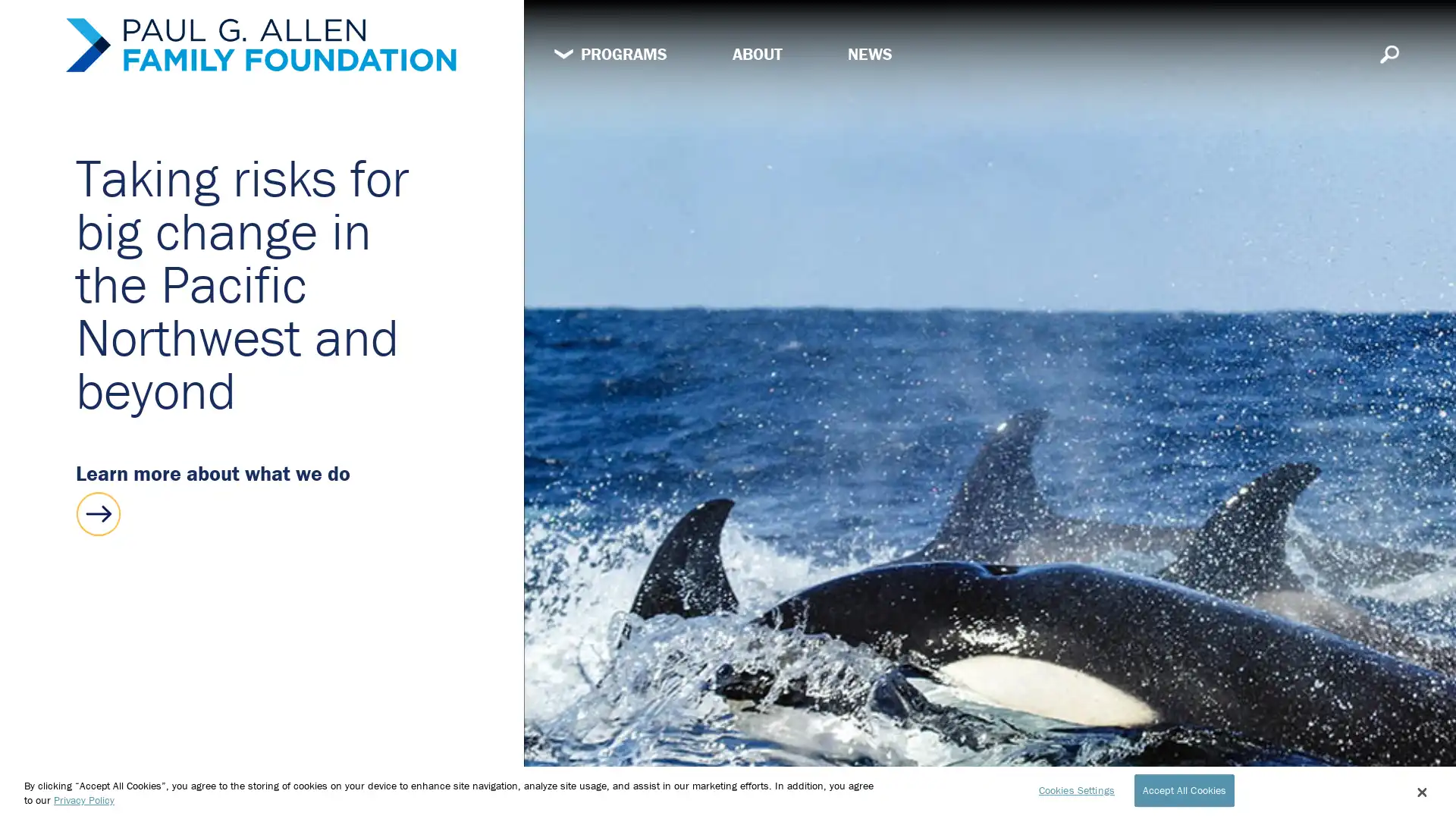 The width and height of the screenshot is (1456, 819). Describe the element at coordinates (1183, 789) in the screenshot. I see `Accept All Cookies` at that location.